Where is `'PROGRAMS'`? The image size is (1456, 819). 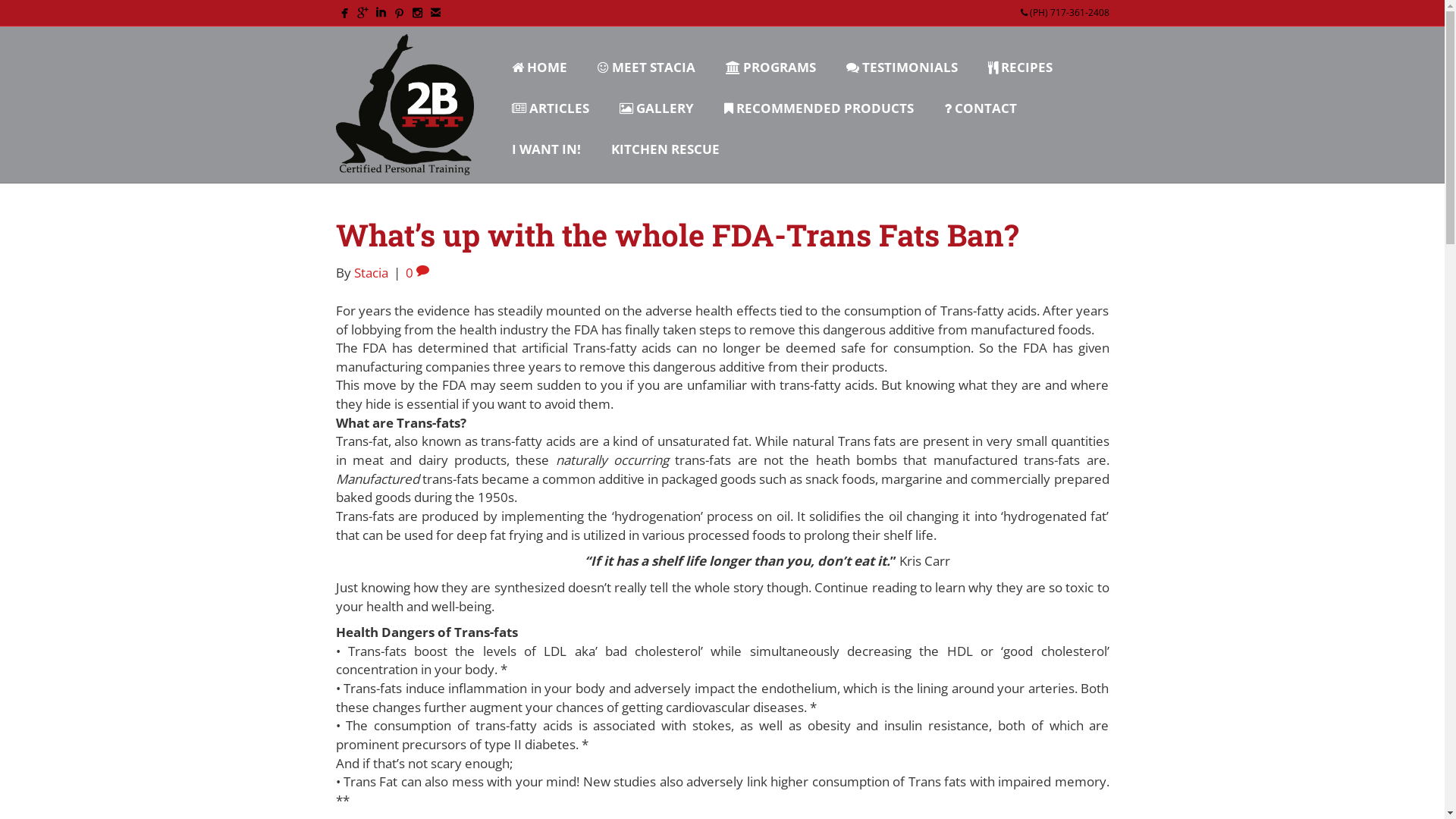 'PROGRAMS' is located at coordinates (709, 63).